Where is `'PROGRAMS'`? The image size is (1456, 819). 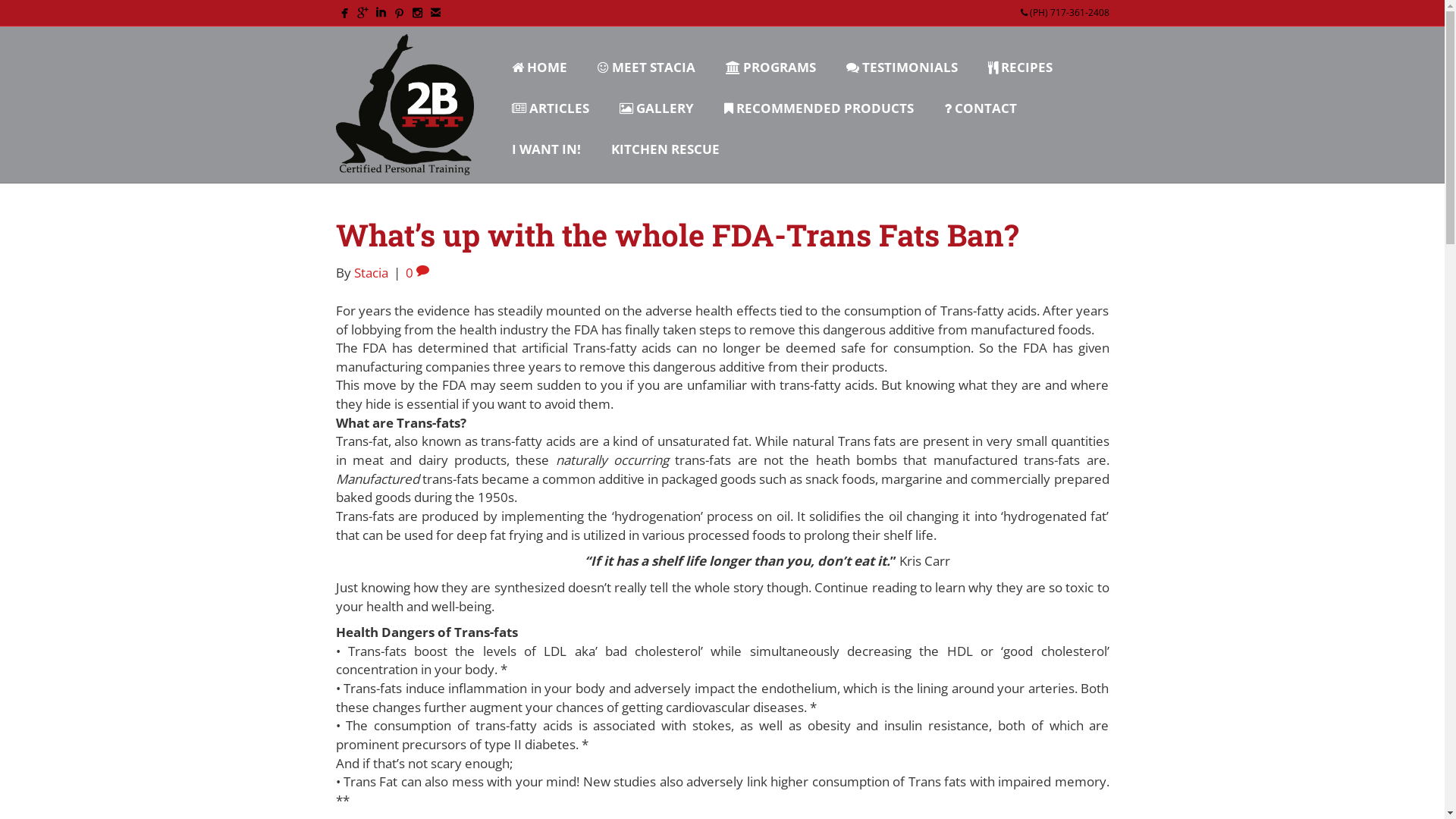 'PROGRAMS' is located at coordinates (709, 63).